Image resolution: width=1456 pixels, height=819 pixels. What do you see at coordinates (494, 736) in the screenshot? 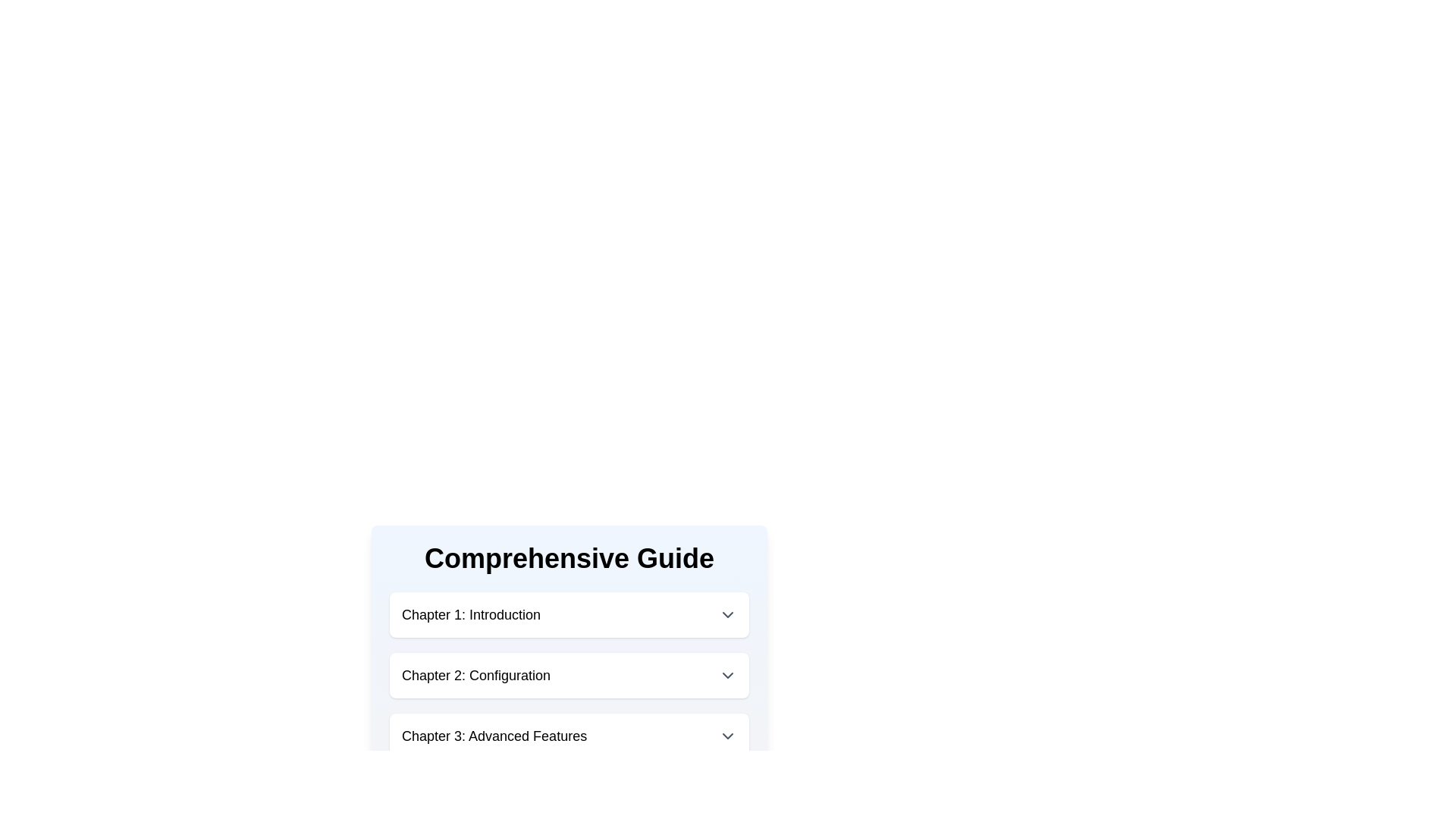
I see `the text label displaying 'Chapter 3: Advanced Features' which is part of a dropdown menu` at bounding box center [494, 736].